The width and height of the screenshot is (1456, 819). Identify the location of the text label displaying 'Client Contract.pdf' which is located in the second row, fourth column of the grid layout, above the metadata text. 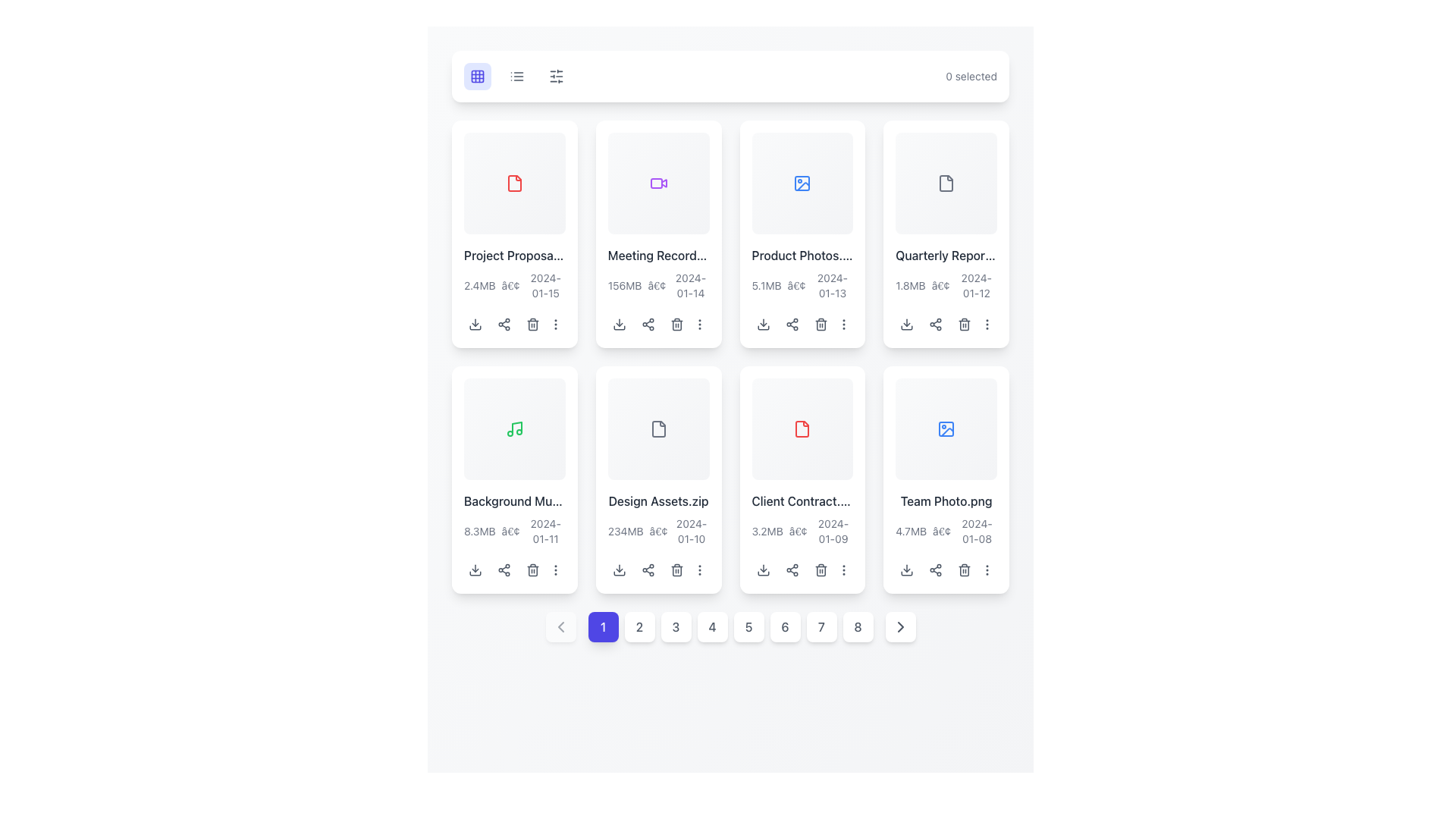
(802, 500).